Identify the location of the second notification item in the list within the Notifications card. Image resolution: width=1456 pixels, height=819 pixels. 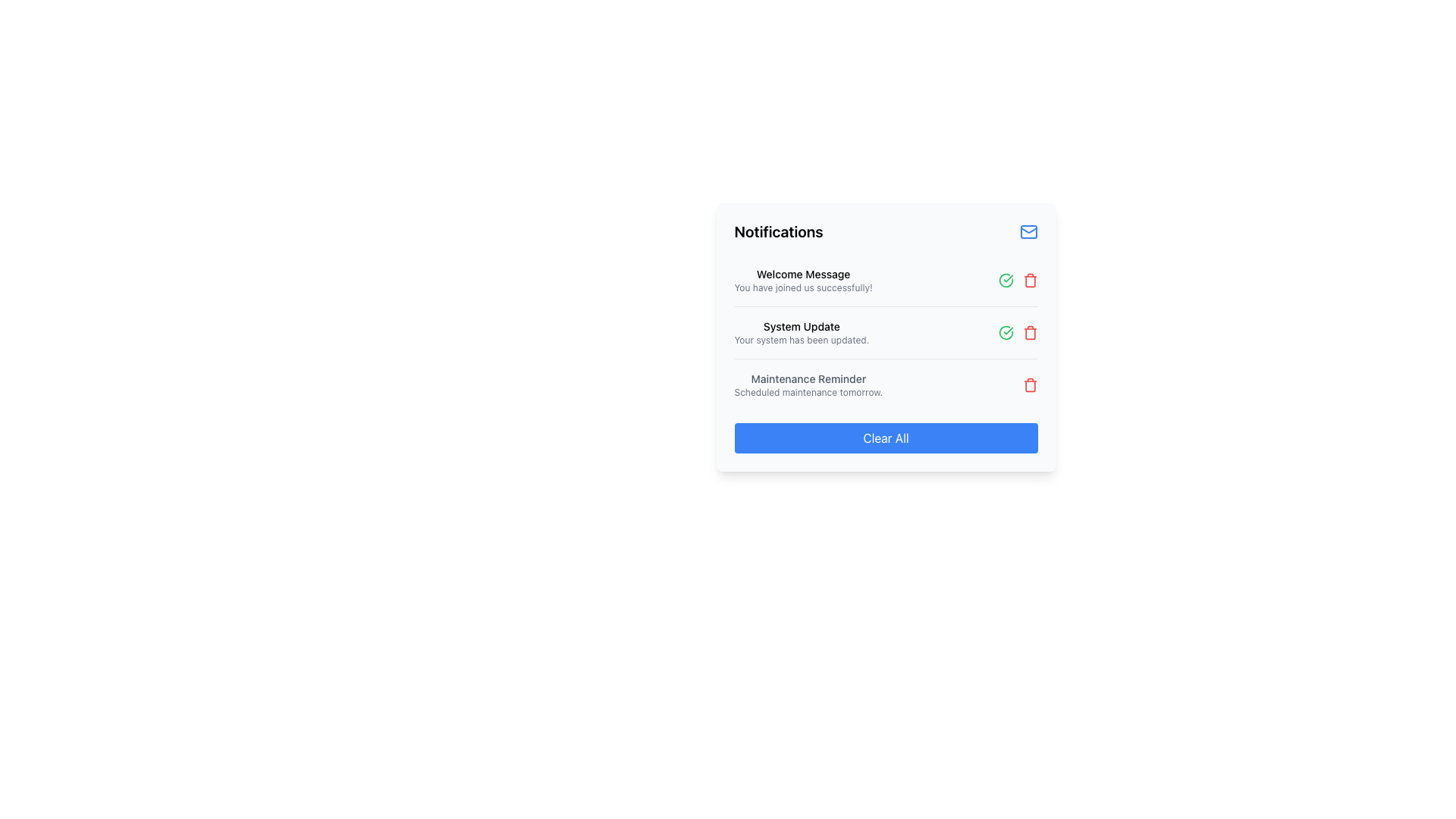
(886, 332).